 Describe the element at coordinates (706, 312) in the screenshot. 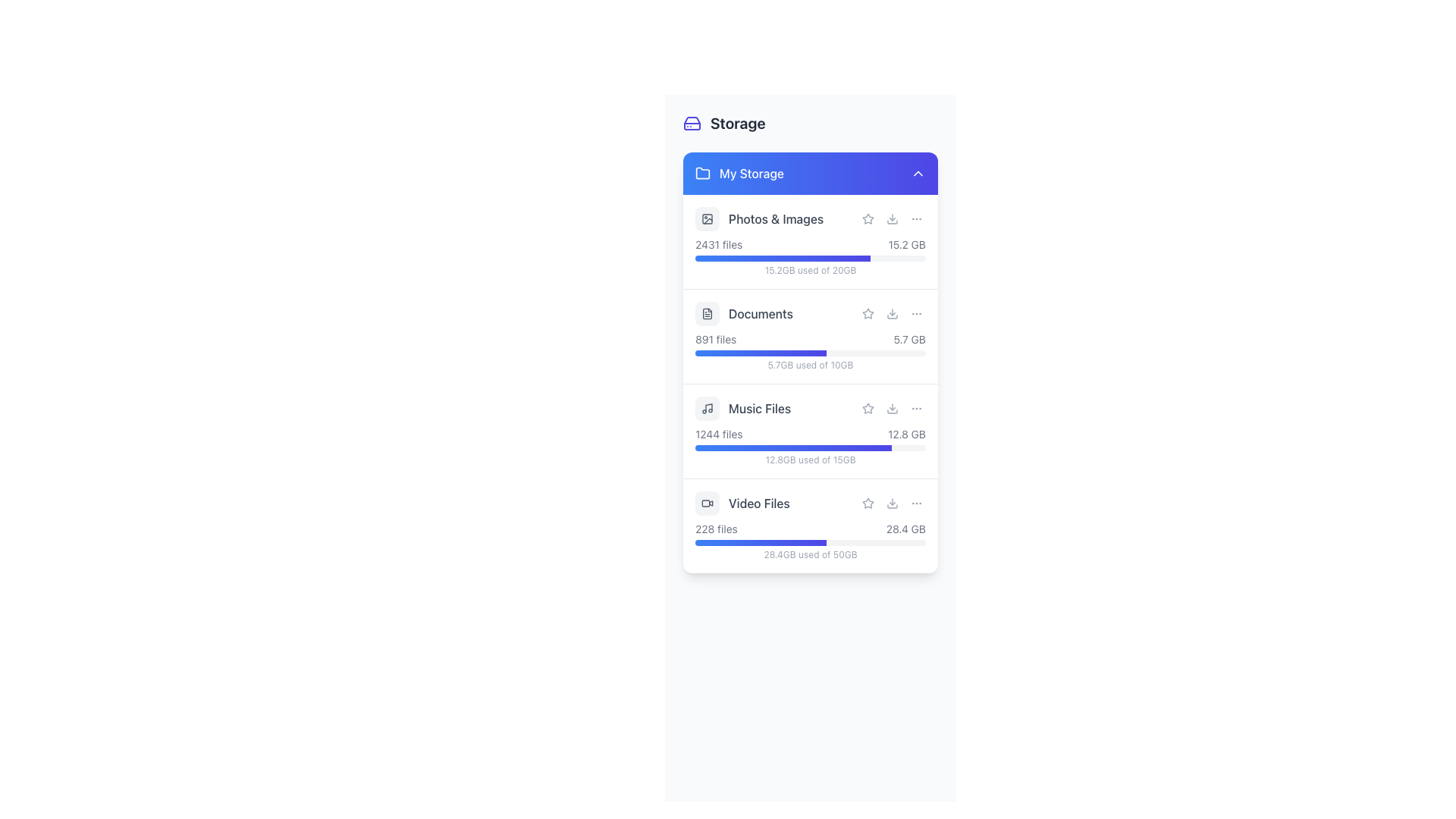

I see `the 'Documents' category icon located to the left of the text 'Documents' in the storage list, which is the second entry under 'My Storage'` at that location.